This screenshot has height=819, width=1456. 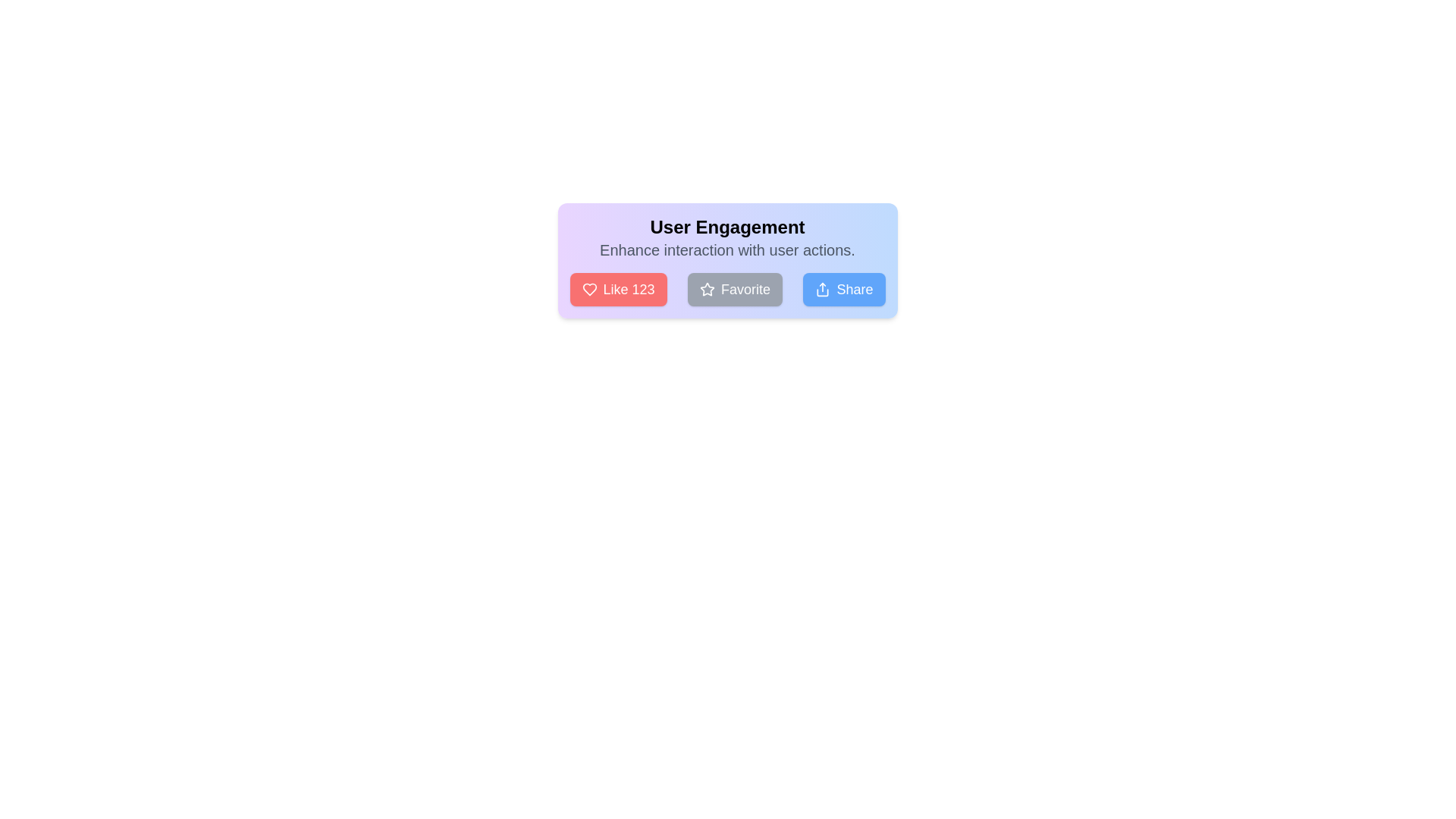 I want to click on the horizontally aligned gray text that reads 'Enhance interaction with user actions.' positioned below the 'User Engagement' heading, so click(x=726, y=249).